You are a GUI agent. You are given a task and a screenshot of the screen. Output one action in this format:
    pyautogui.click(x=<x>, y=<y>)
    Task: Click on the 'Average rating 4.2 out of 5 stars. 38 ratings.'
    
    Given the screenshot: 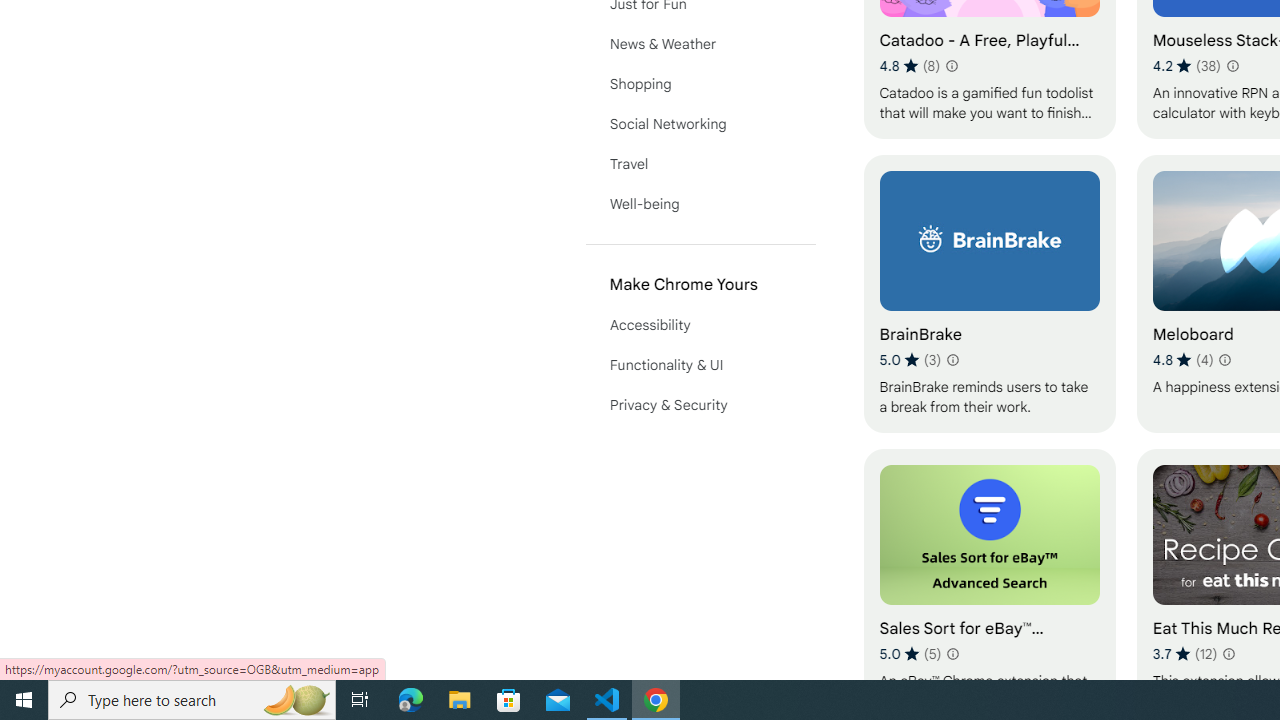 What is the action you would take?
    pyautogui.click(x=1187, y=65)
    